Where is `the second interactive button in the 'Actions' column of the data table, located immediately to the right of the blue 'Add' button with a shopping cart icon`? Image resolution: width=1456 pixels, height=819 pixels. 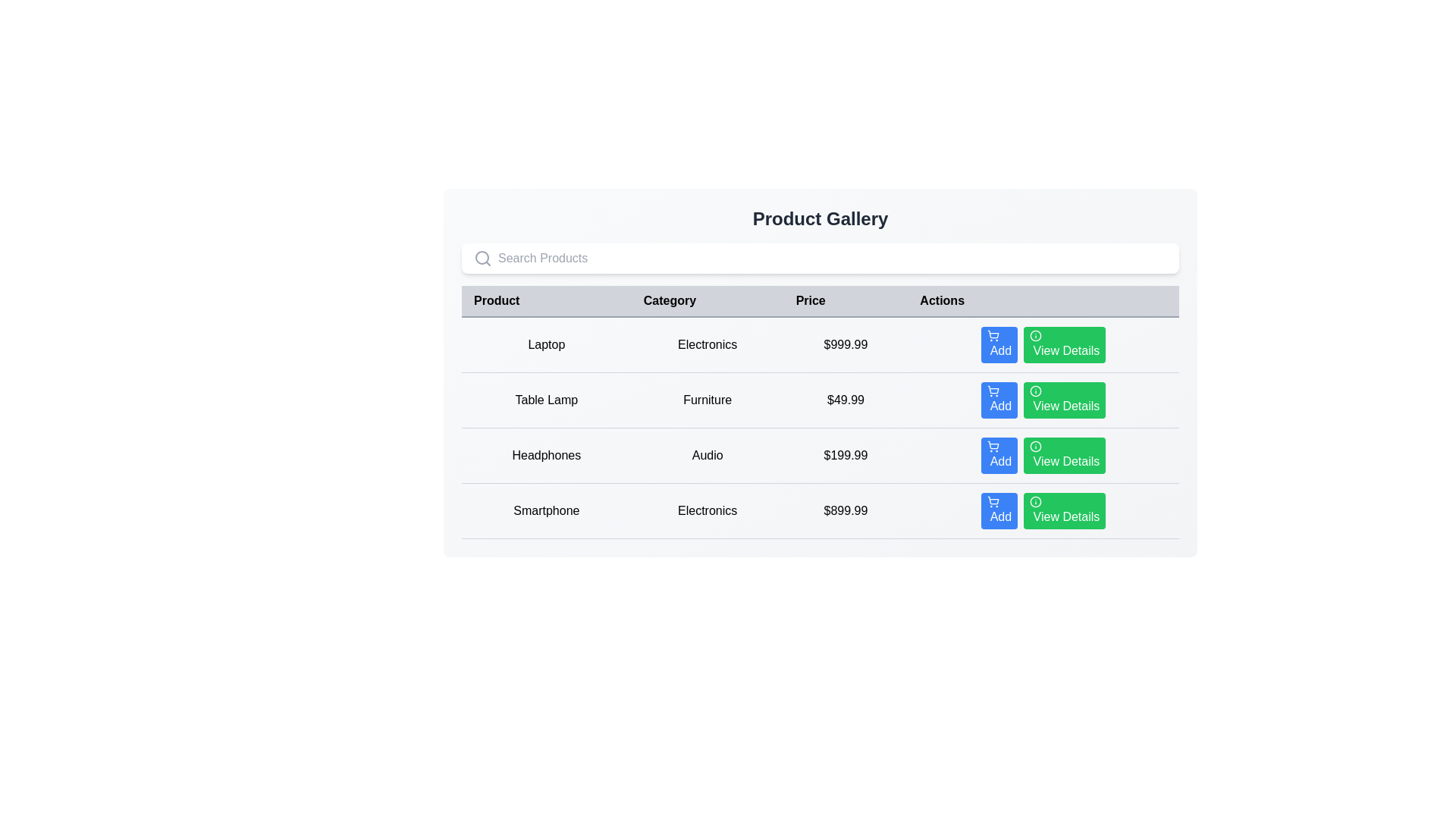
the second interactive button in the 'Actions' column of the data table, located immediately to the right of the blue 'Add' button with a shopping cart icon is located at coordinates (1064, 345).